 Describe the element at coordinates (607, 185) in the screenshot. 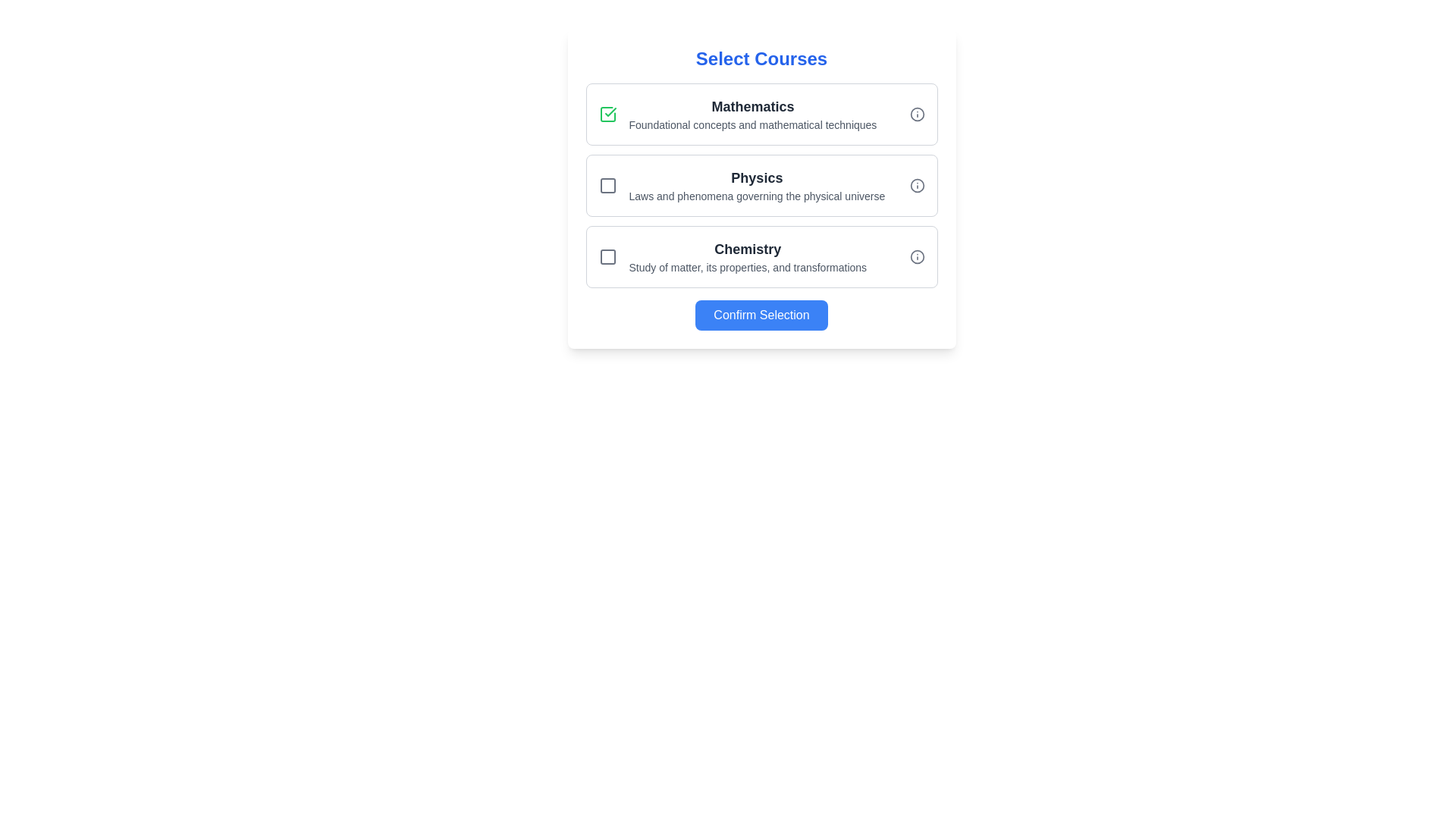

I see `the checkbox for the 'Physics' course selection option, which is a square-shaped icon with a hollow center and a gray border` at that location.